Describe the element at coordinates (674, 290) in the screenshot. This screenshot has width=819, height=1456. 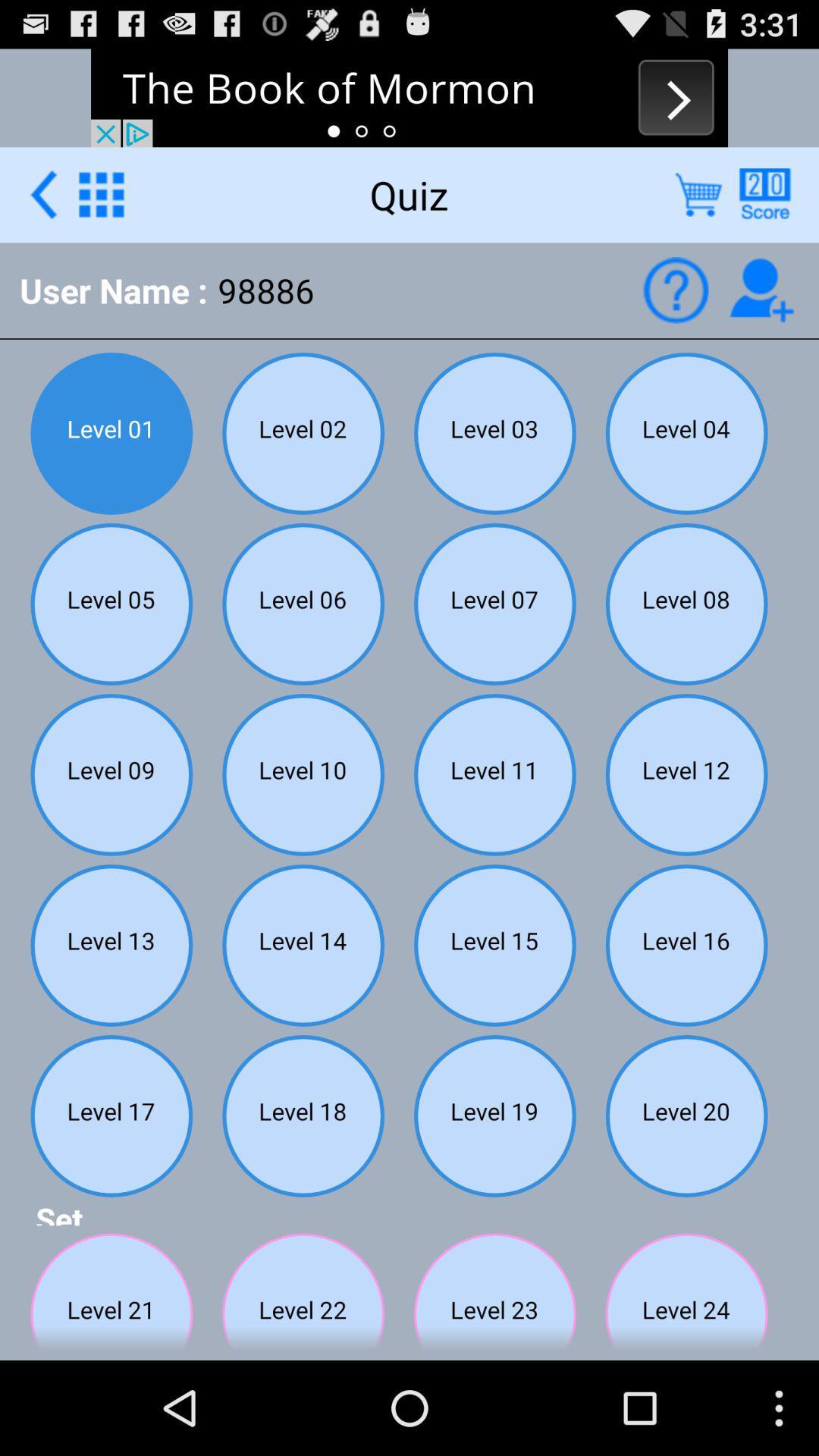
I see `help icon` at that location.